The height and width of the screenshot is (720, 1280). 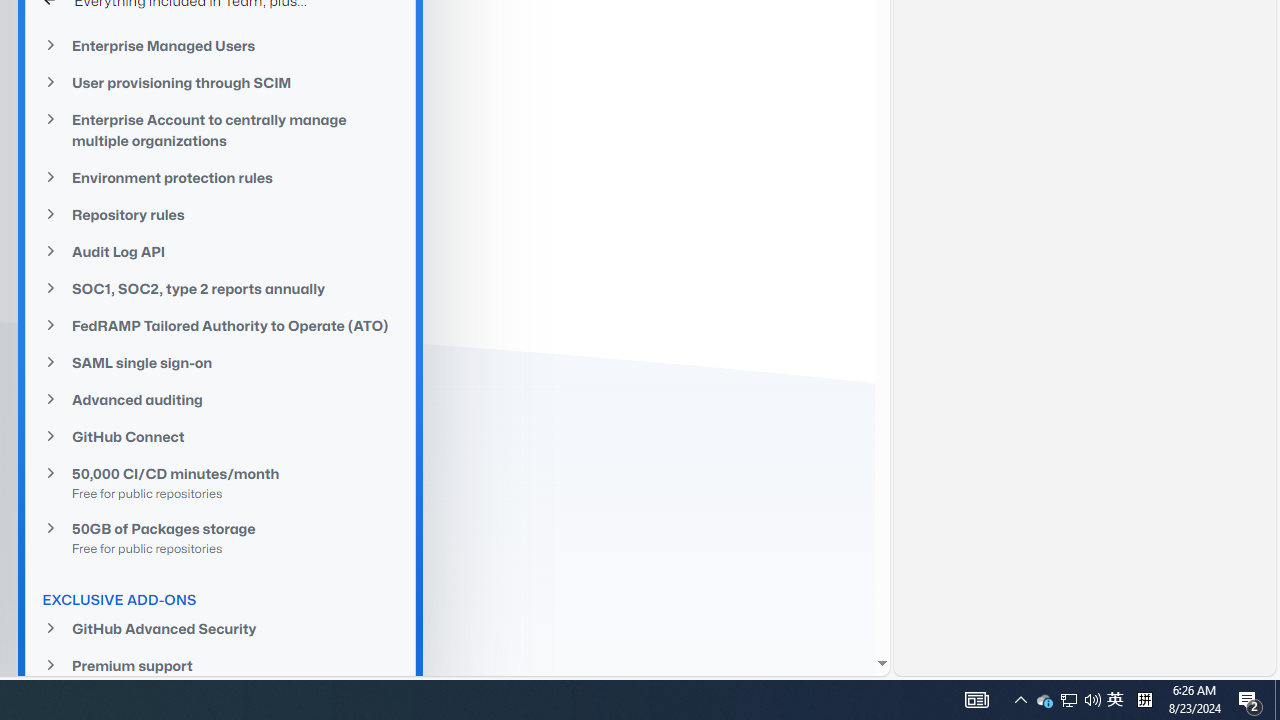 I want to click on 'Advanced auditing', so click(x=220, y=399).